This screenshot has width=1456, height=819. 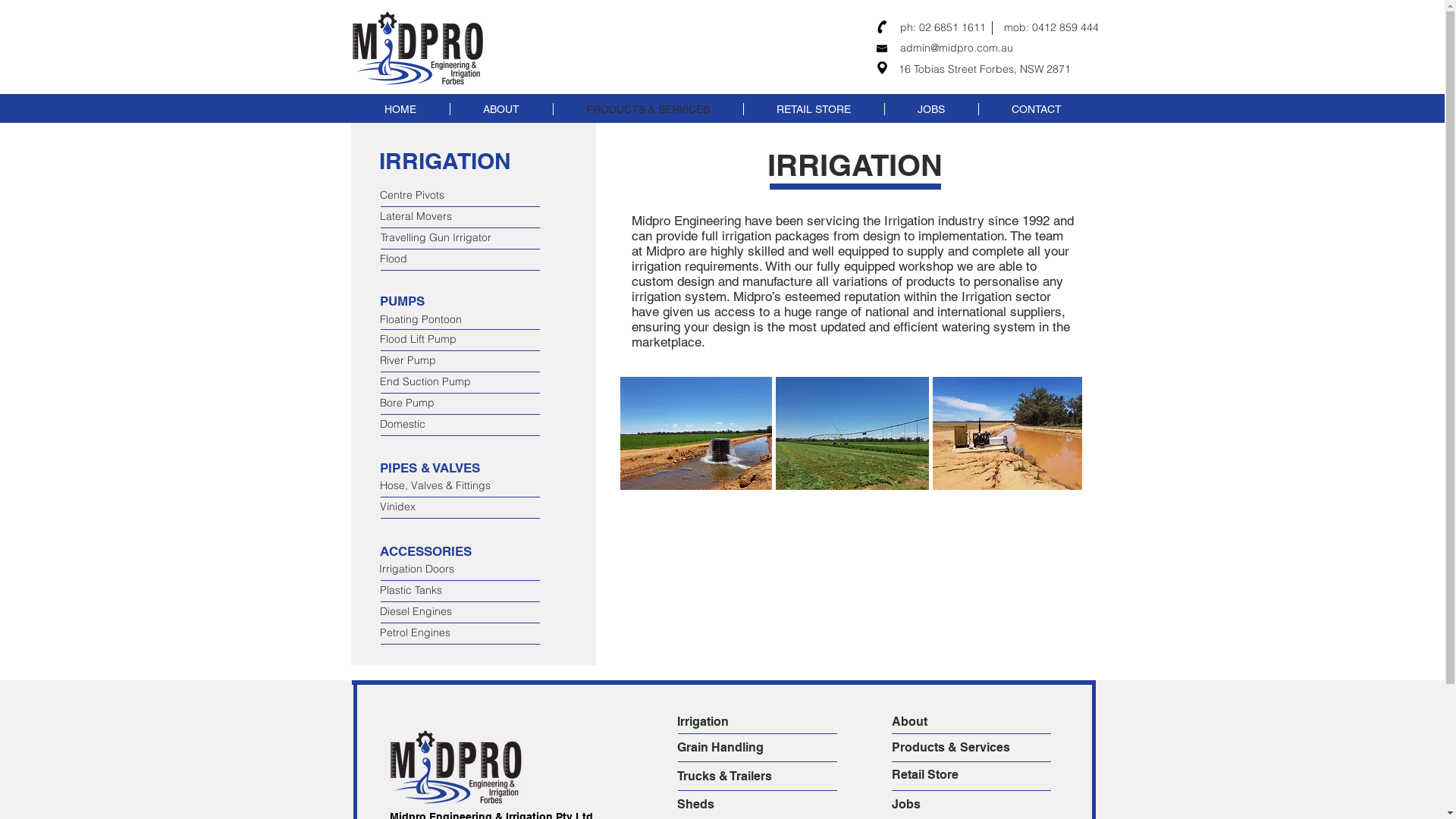 I want to click on 'admin@midpro.com.au', so click(x=899, y=46).